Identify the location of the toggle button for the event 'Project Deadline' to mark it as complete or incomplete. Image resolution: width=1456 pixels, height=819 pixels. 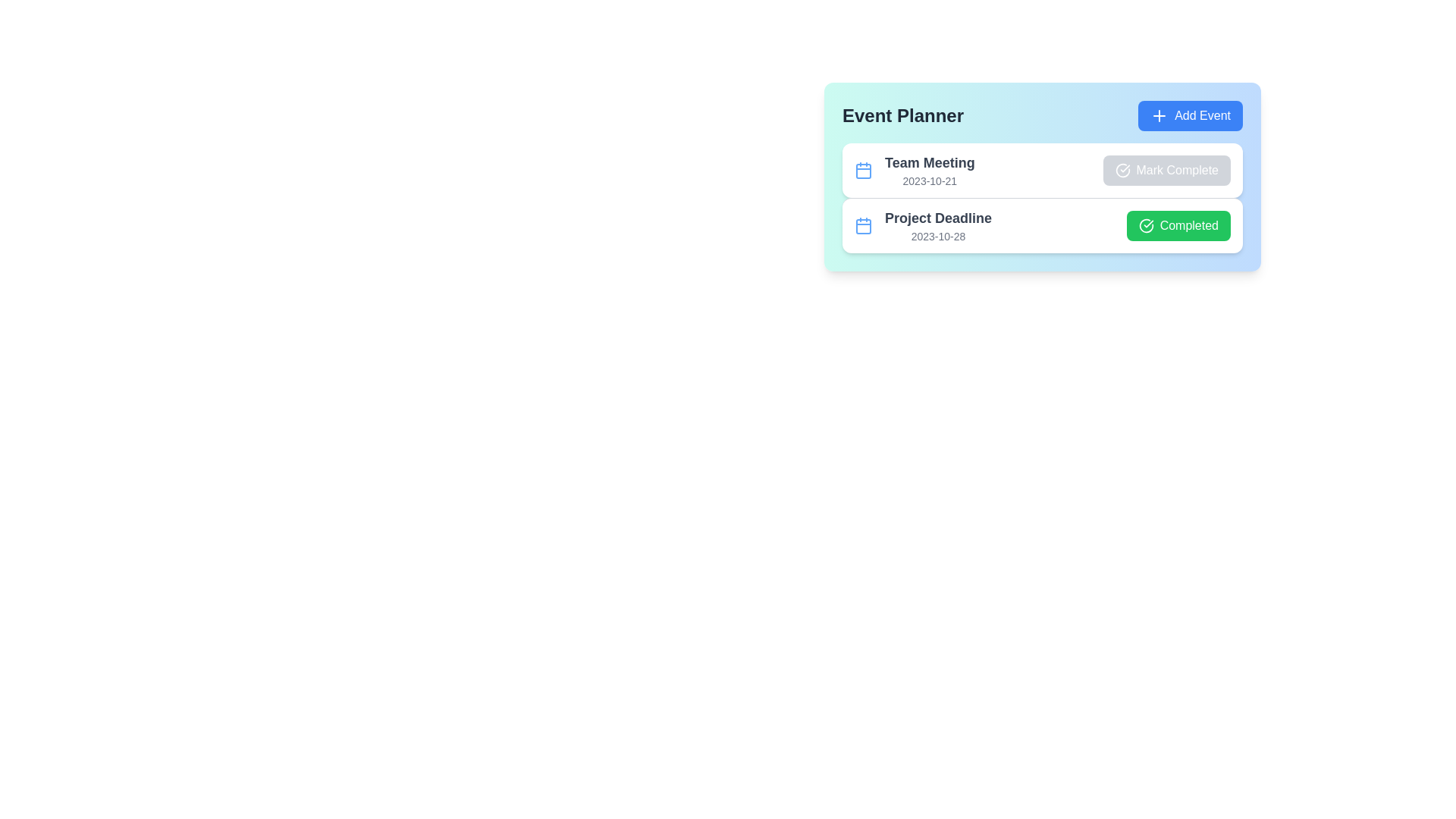
(1178, 225).